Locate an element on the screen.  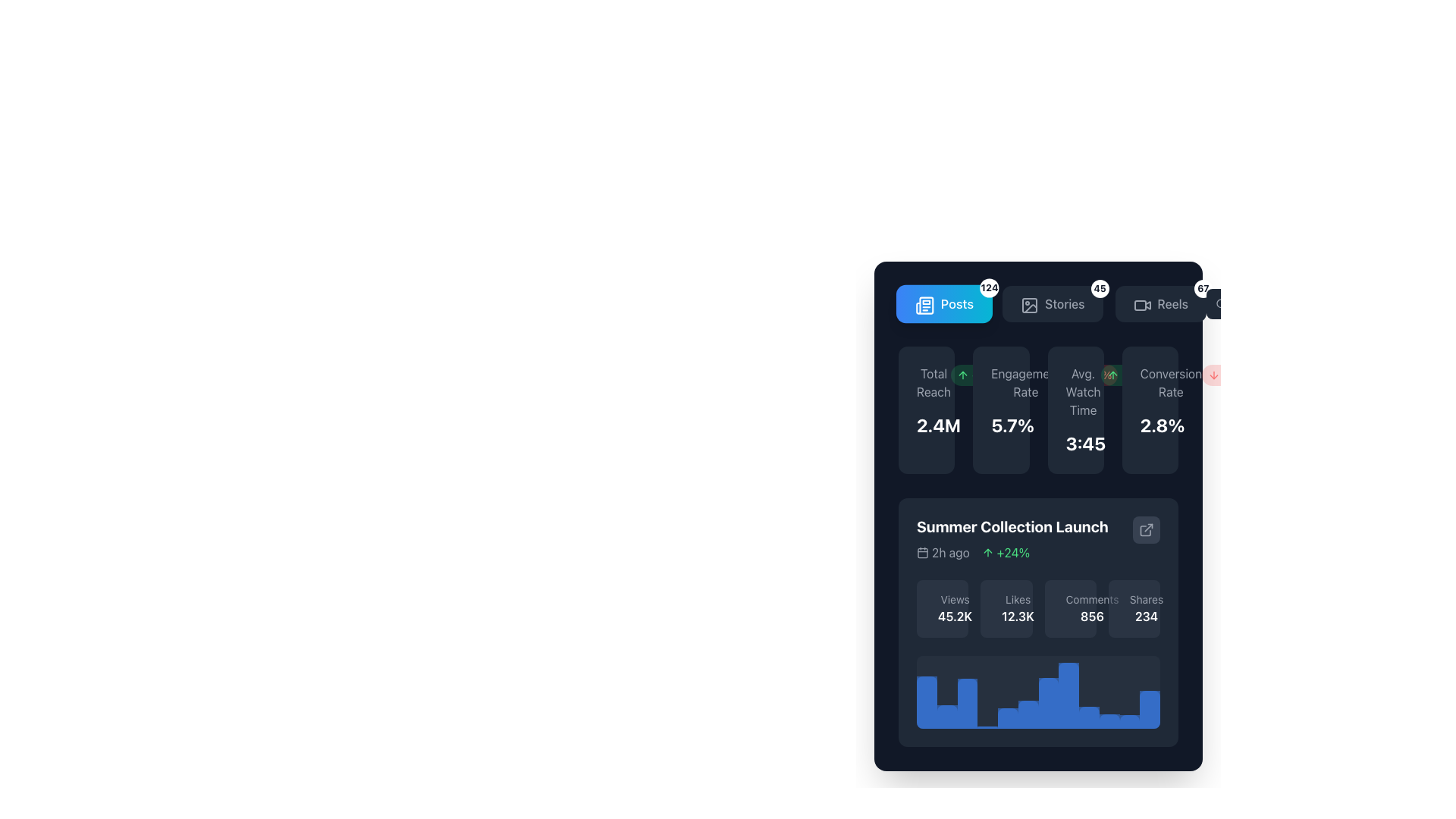
the Text with icon indicator that displays a positive percentage change related to the 'Summer Collection Launch' section, located adjacent to the text '2h ago' is located at coordinates (1006, 553).